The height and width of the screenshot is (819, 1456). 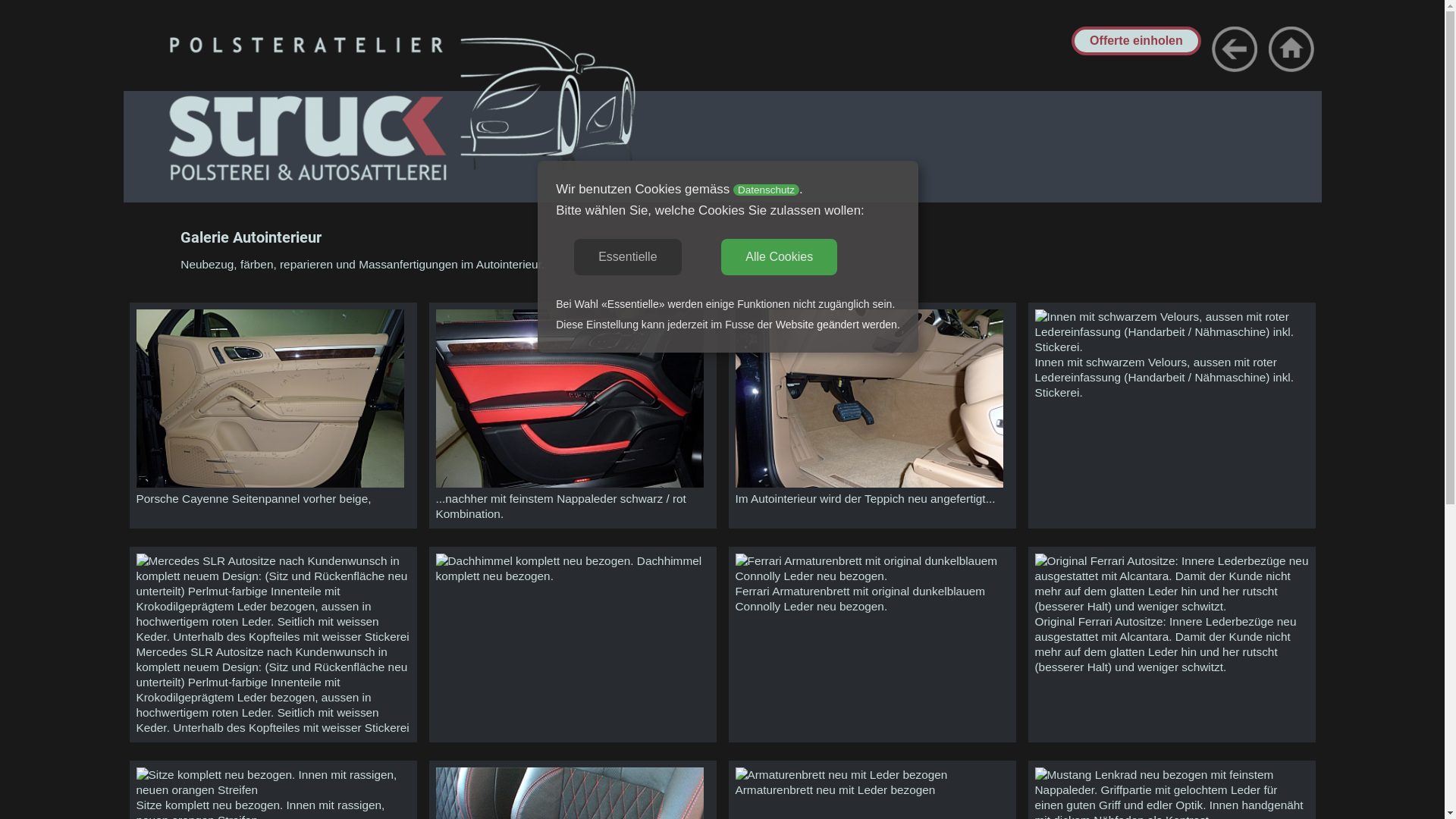 What do you see at coordinates (735, 775) in the screenshot?
I see `'Armaturenbrett neu mit Leder bezogen'` at bounding box center [735, 775].